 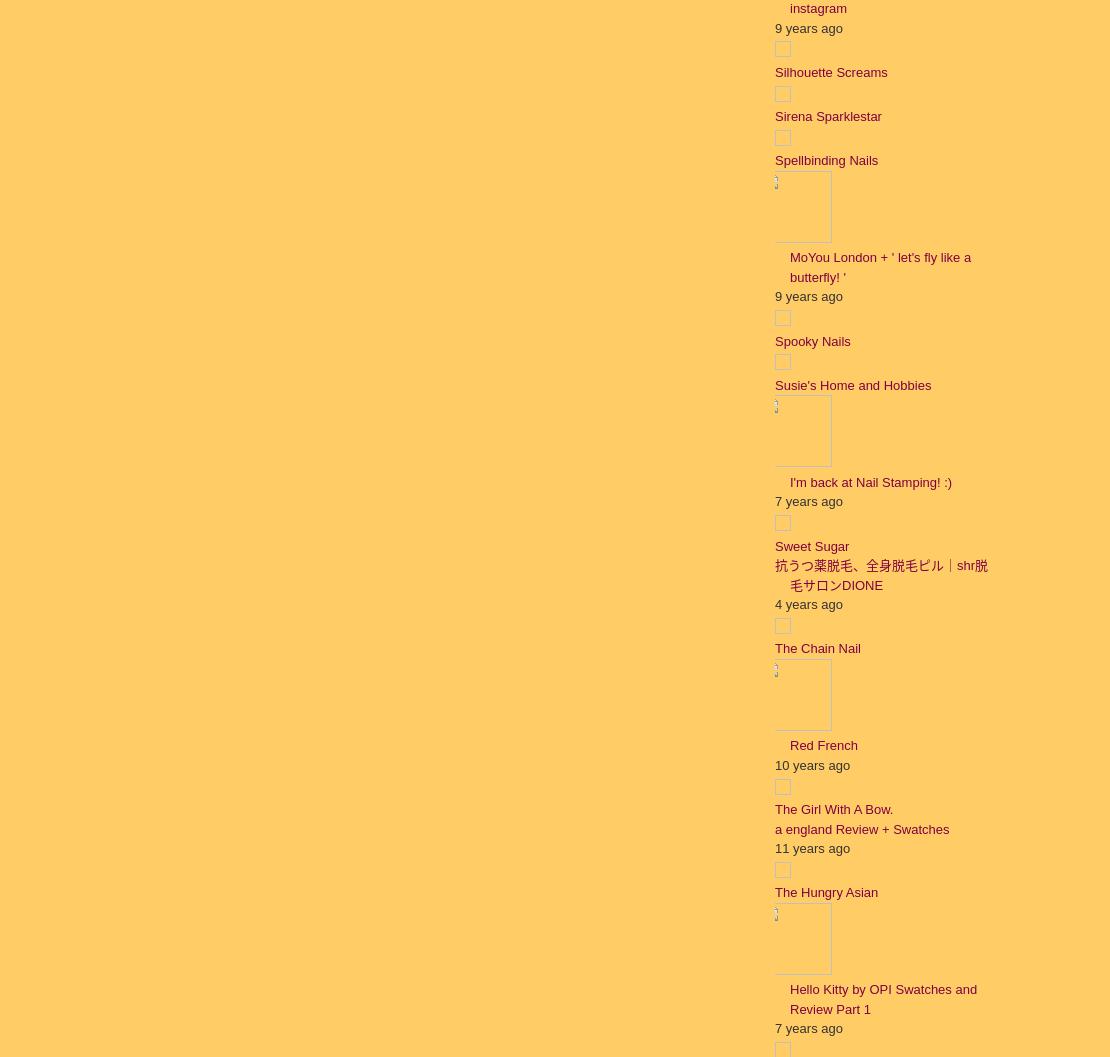 What do you see at coordinates (811, 544) in the screenshot?
I see `'Sweet Sugar'` at bounding box center [811, 544].